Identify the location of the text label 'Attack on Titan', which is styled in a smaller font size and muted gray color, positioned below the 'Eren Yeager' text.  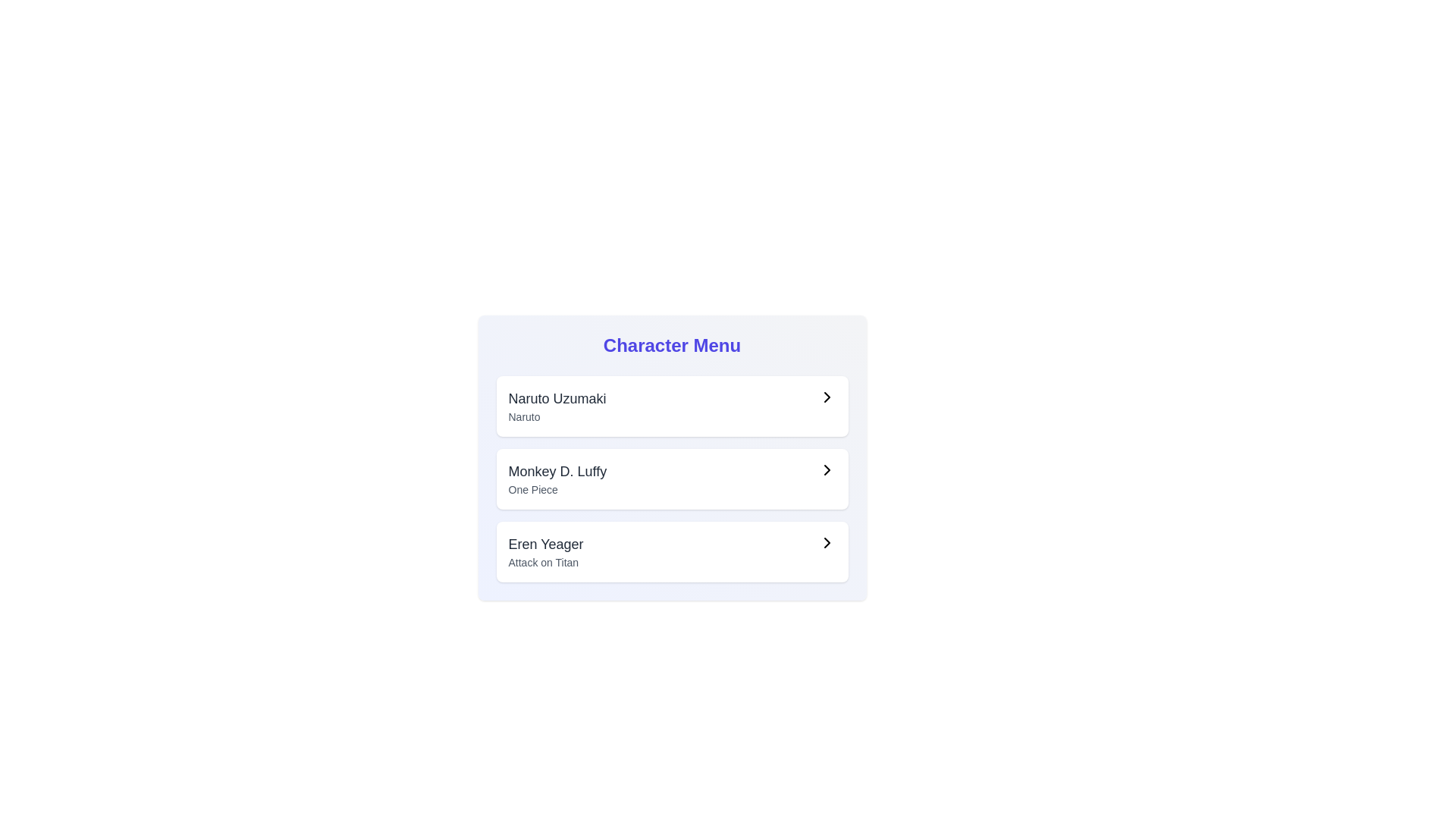
(546, 562).